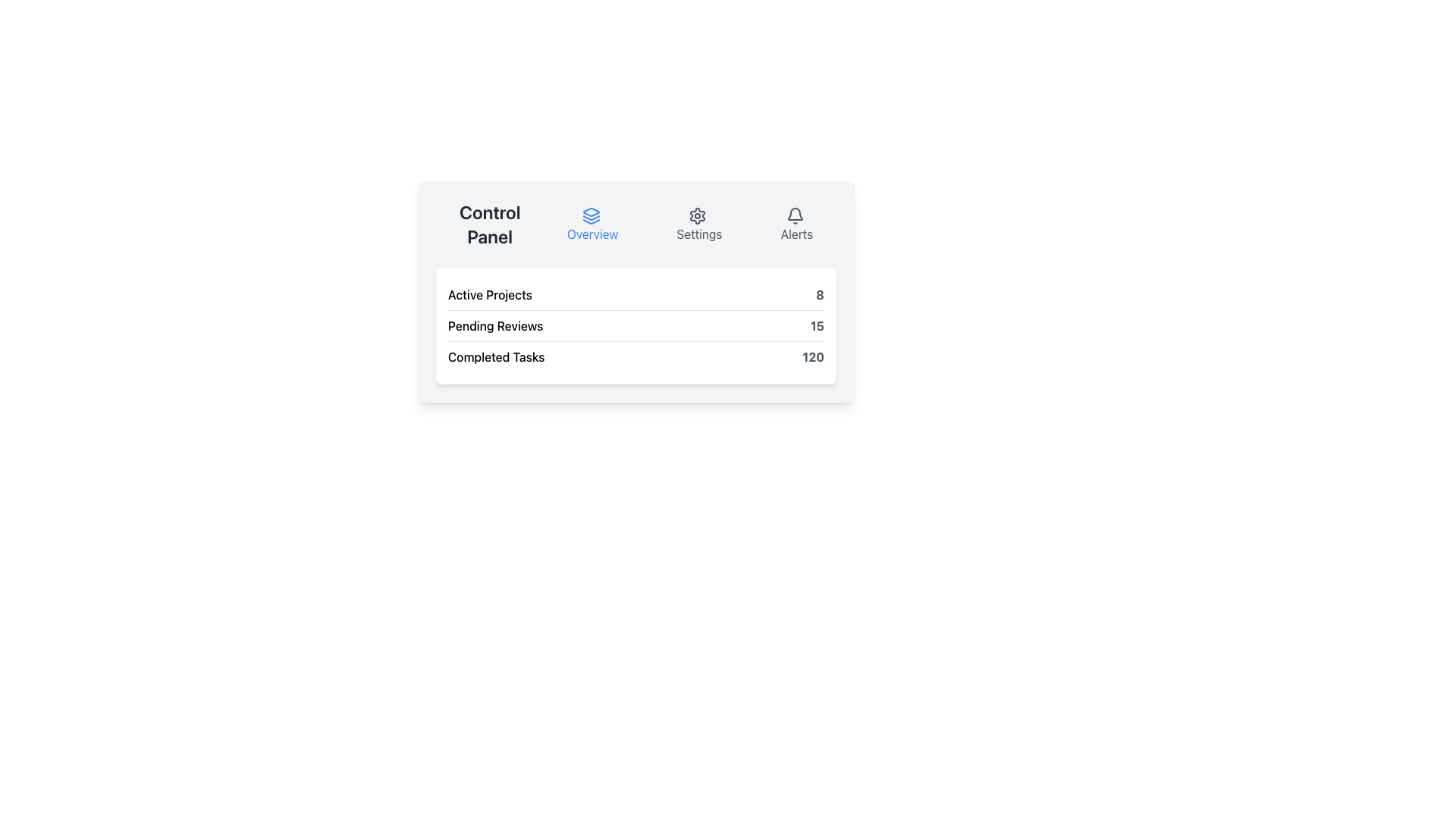 The width and height of the screenshot is (1456, 819). I want to click on the rightmost navigation button in the horizontal navigation bar, so click(796, 224).